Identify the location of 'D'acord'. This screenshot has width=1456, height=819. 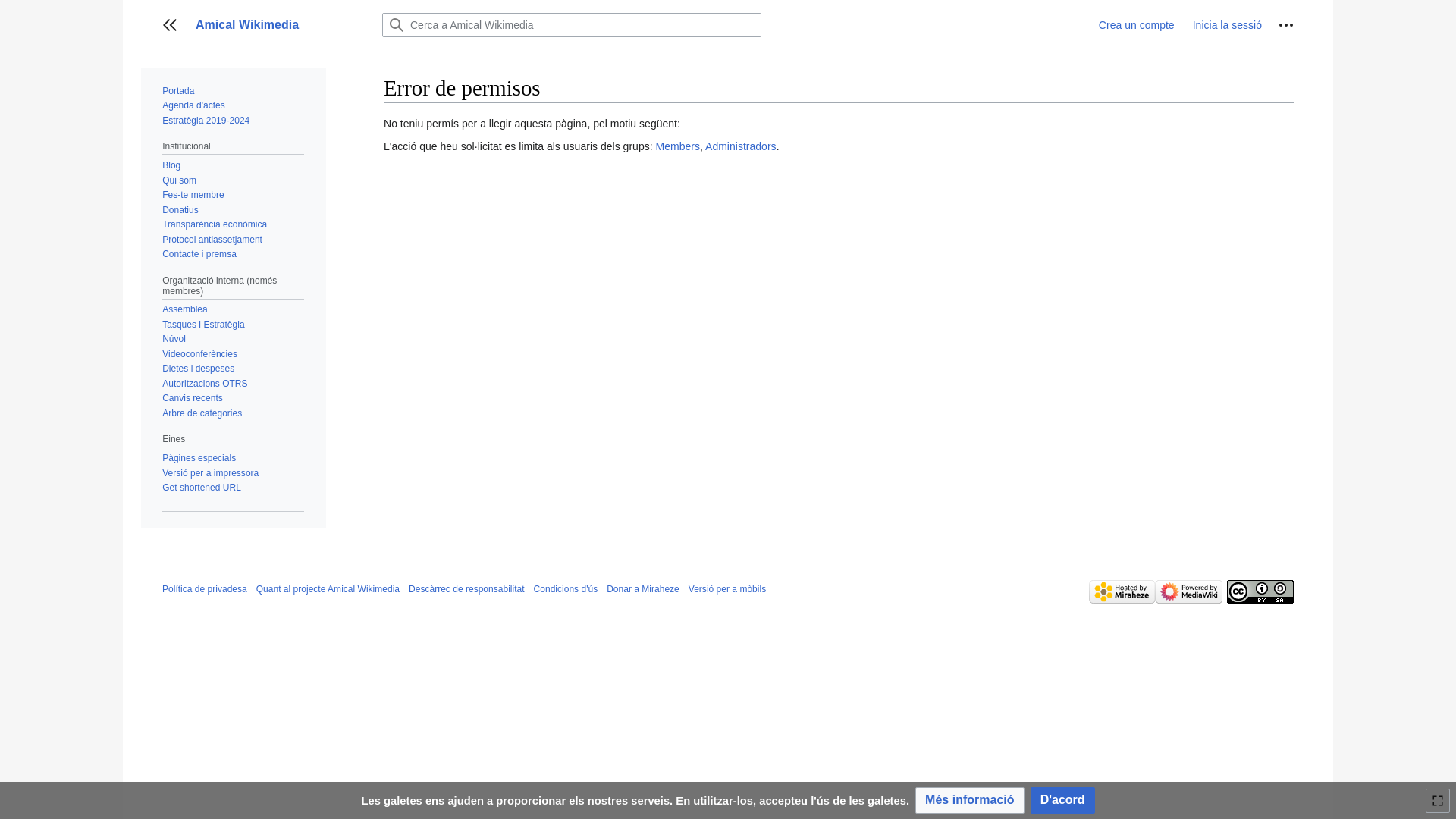
(1062, 799).